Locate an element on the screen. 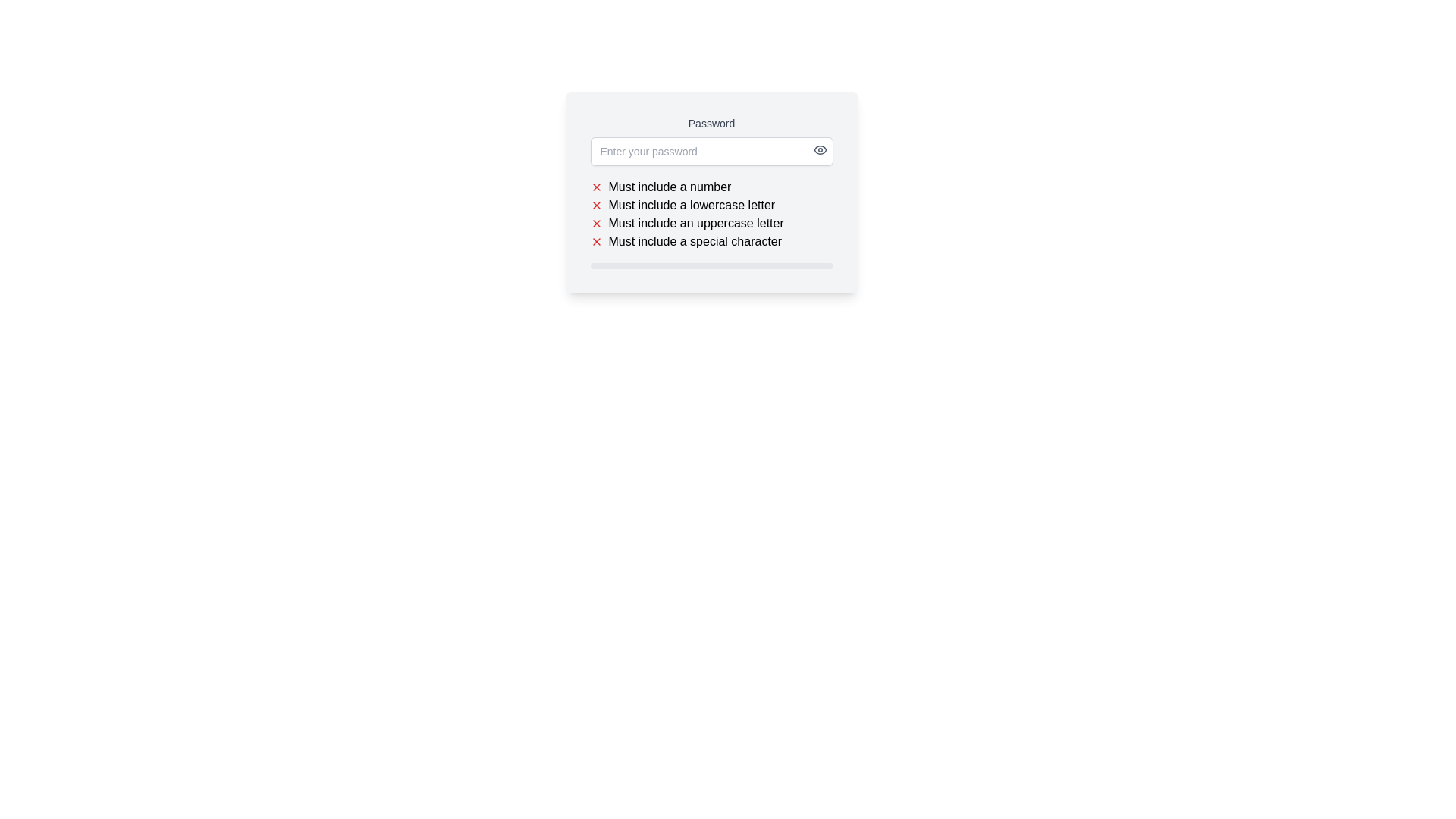 The image size is (1456, 819). the static text message that displays 'Must include a lowercase letter', which is the second validation message in a vertically stacked list below the password input field is located at coordinates (691, 205).